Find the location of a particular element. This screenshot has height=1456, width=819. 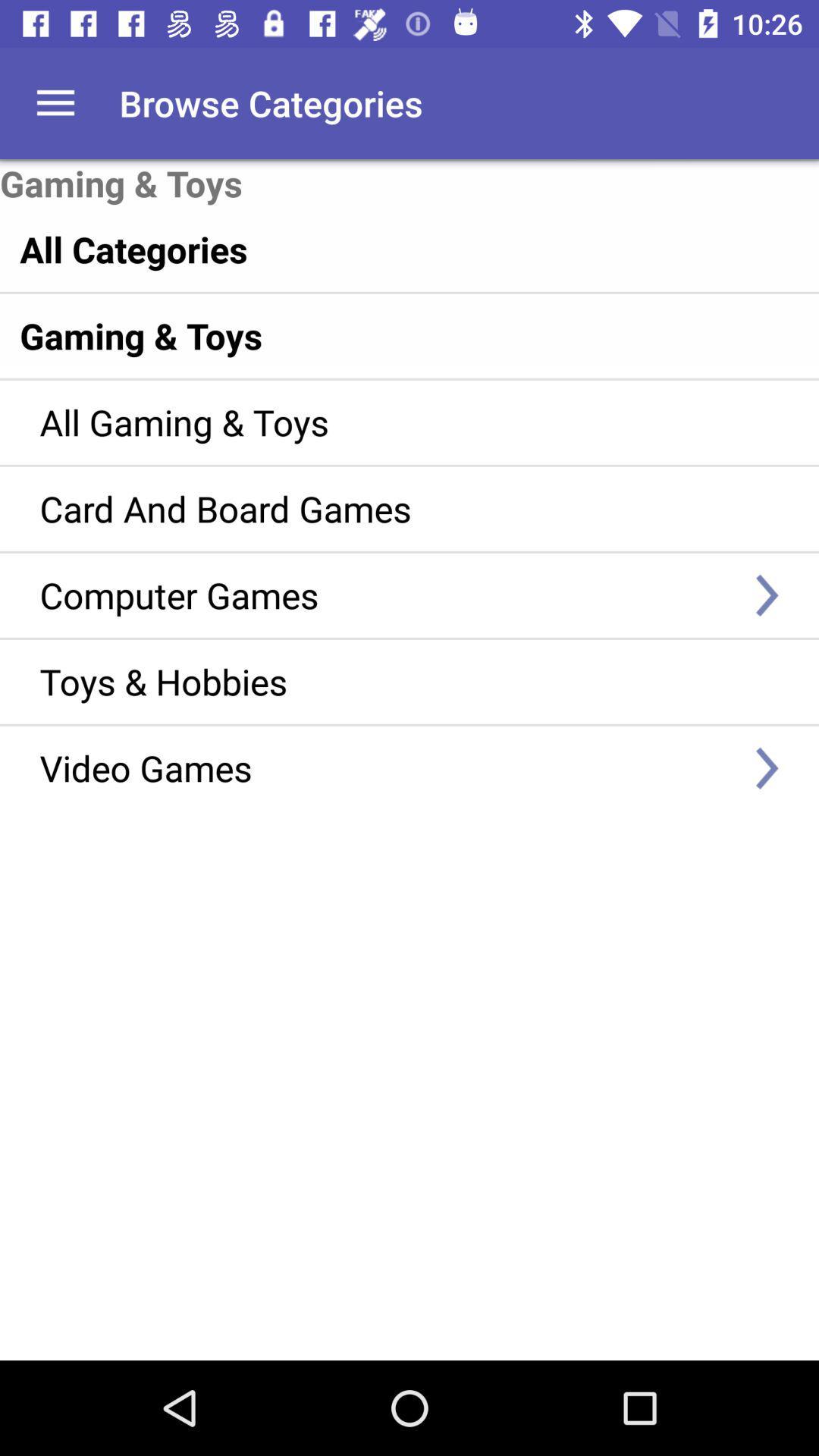

item below all gaming & toys is located at coordinates (387, 508).